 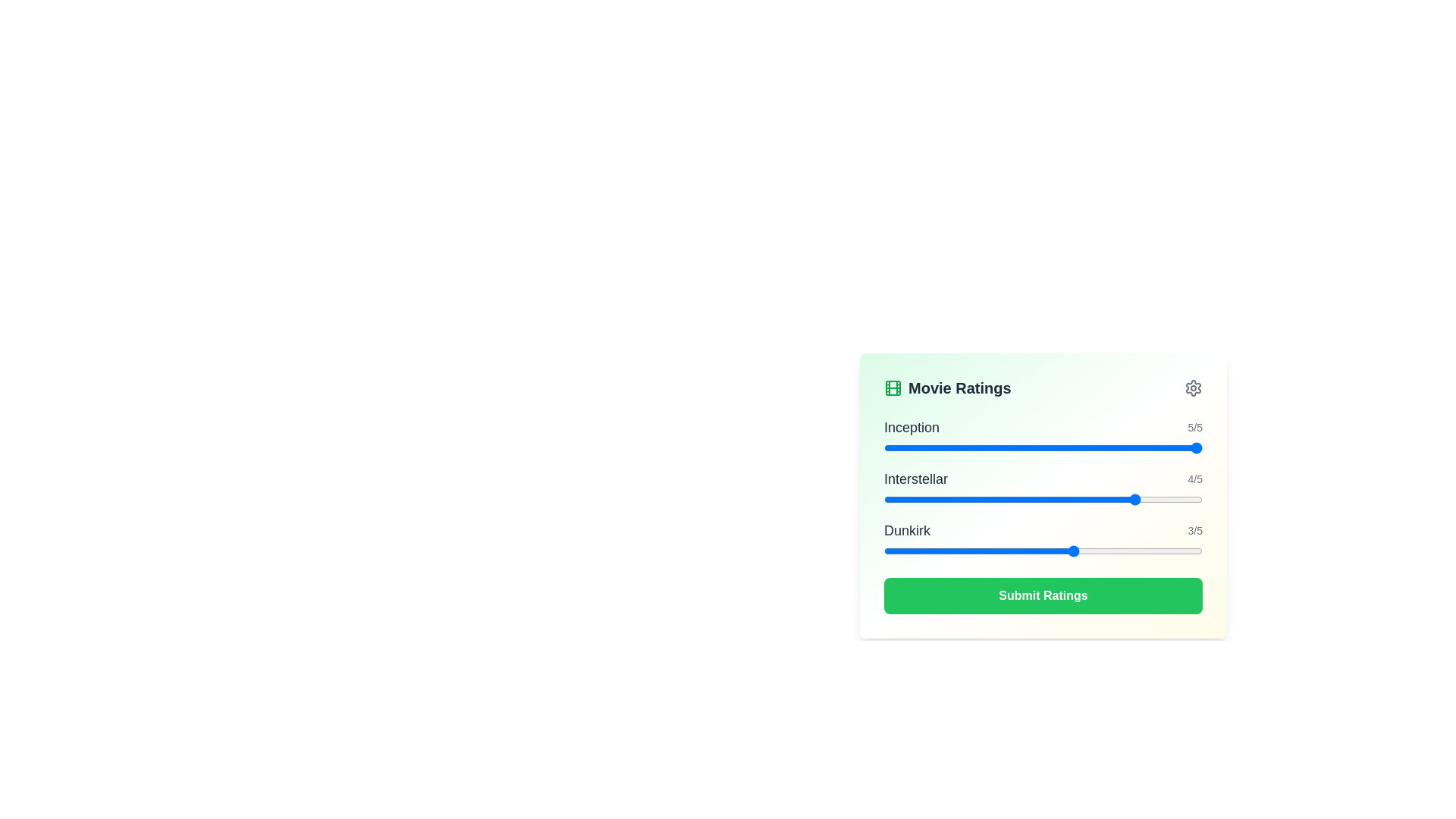 What do you see at coordinates (1043, 595) in the screenshot?
I see `the 'Submit Ratings' button with a bright green background, which is located at the bottom of the 'Movie Ratings' panel` at bounding box center [1043, 595].